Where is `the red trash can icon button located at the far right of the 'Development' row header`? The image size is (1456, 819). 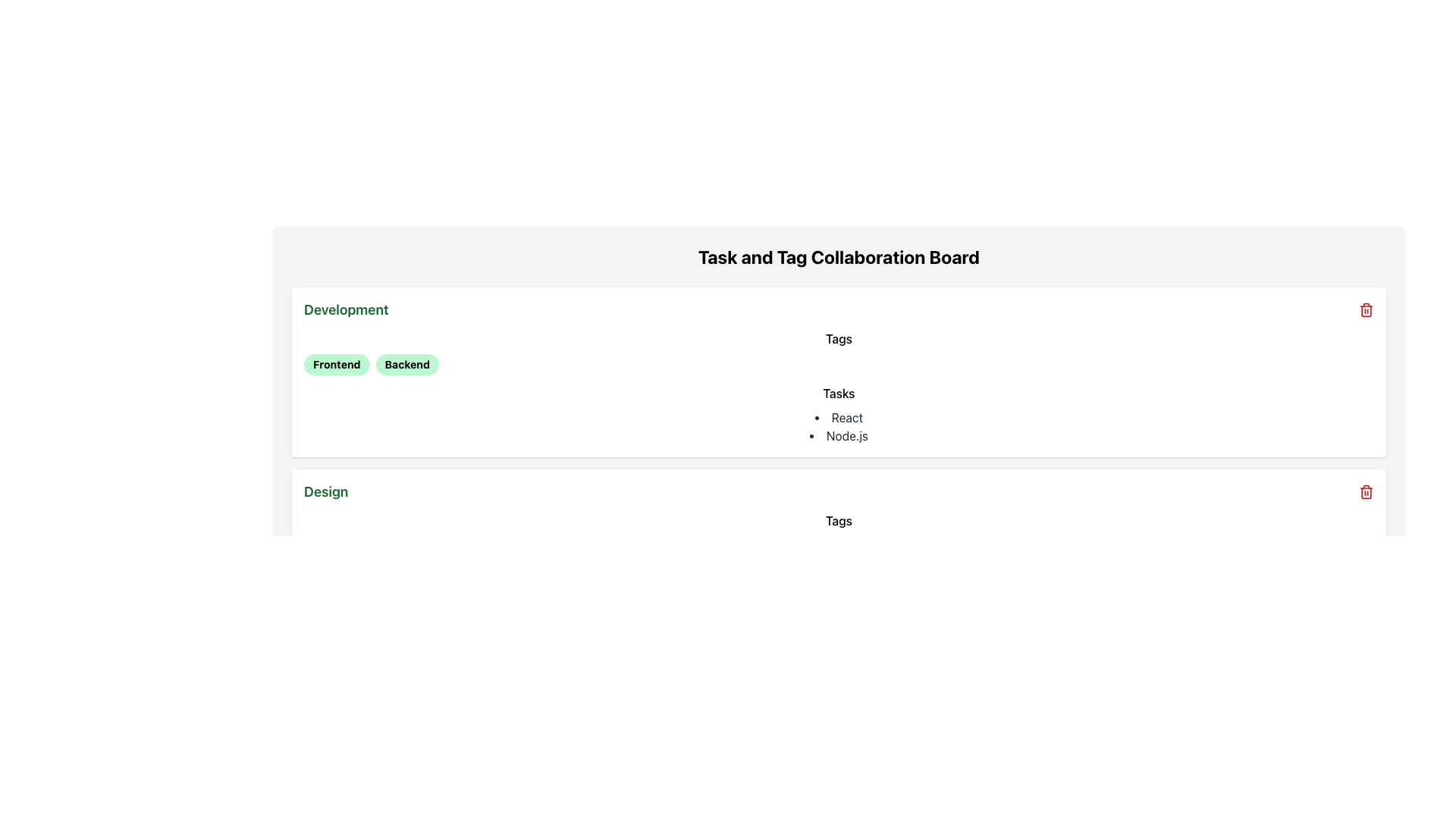
the red trash can icon button located at the far right of the 'Development' row header is located at coordinates (1366, 309).